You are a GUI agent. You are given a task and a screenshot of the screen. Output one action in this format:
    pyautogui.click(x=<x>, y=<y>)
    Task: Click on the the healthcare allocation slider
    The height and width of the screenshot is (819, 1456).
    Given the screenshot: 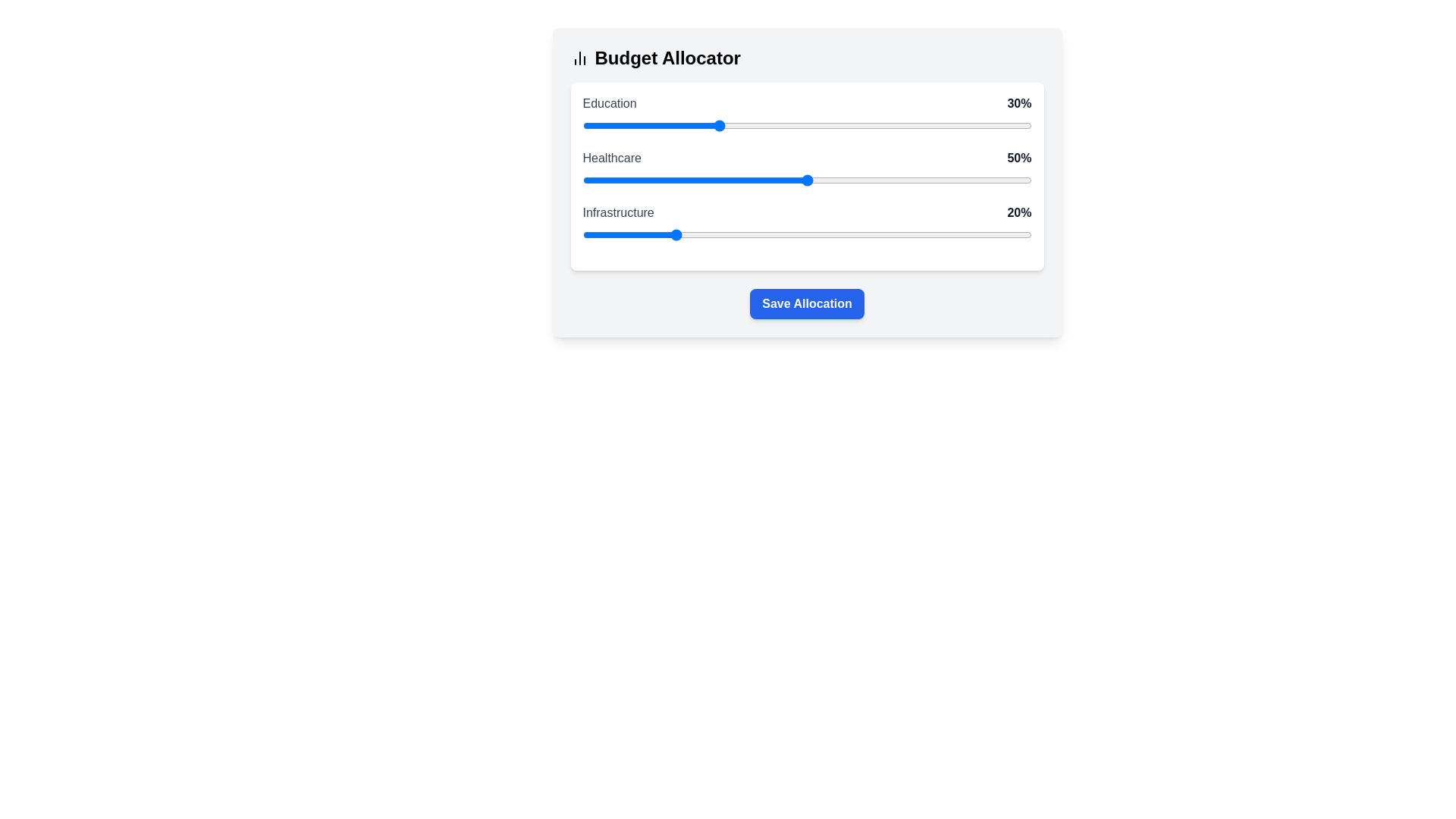 What is the action you would take?
    pyautogui.click(x=973, y=180)
    